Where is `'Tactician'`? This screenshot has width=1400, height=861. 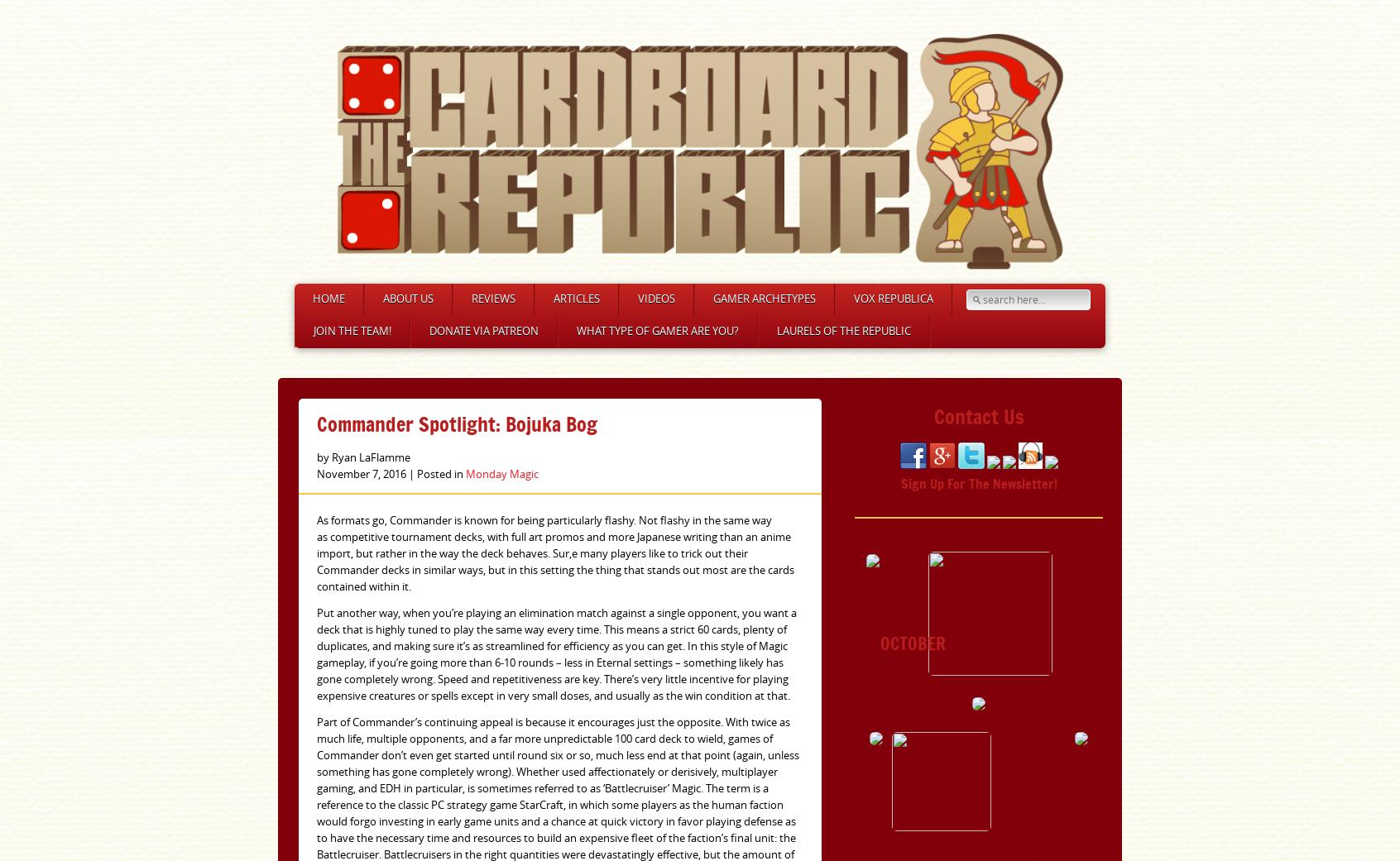 'Tactician' is located at coordinates (857, 347).